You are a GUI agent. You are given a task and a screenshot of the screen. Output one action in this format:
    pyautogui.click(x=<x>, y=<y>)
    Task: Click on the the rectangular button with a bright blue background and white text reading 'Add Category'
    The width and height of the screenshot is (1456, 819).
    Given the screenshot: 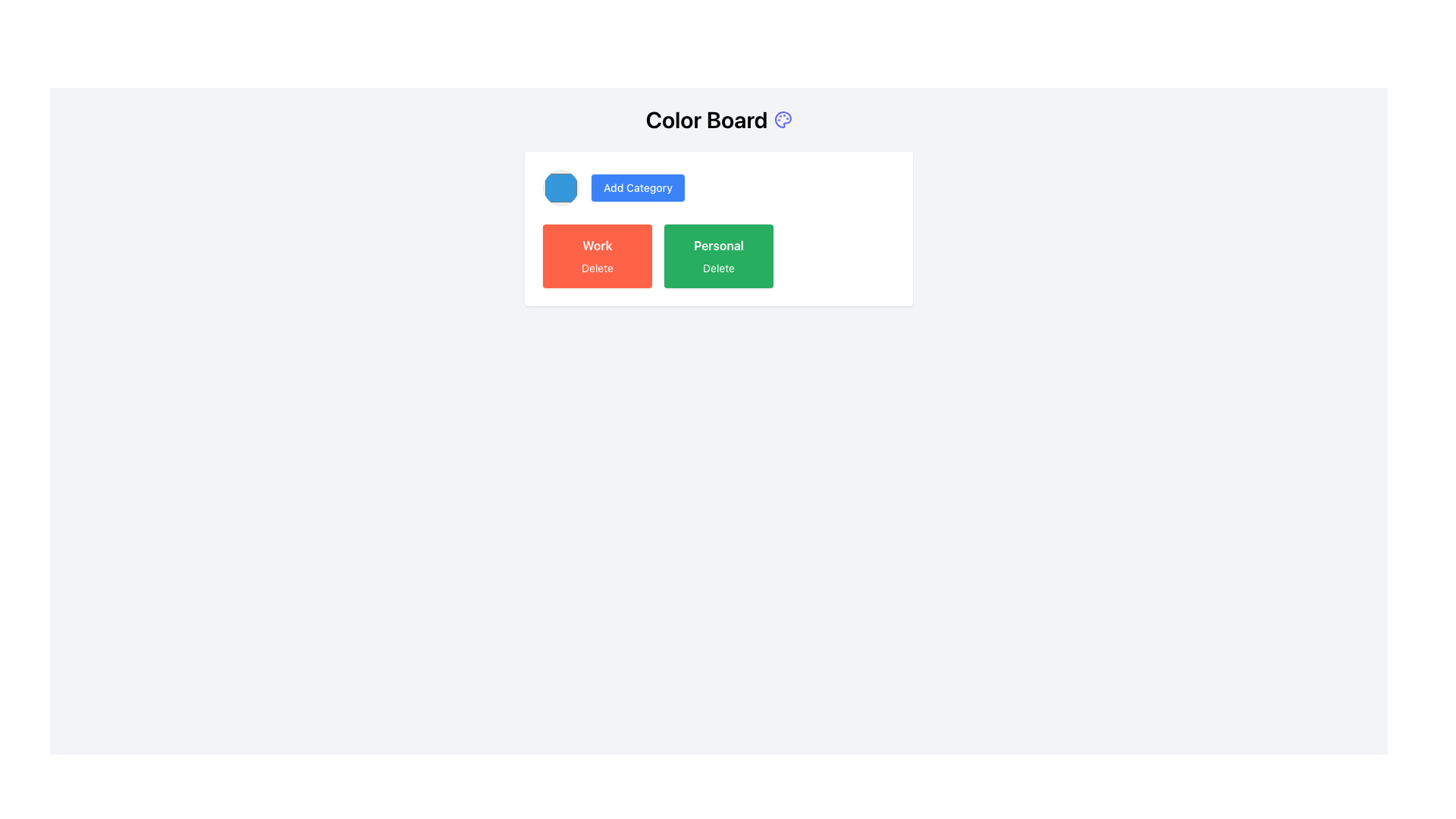 What is the action you would take?
    pyautogui.click(x=638, y=187)
    